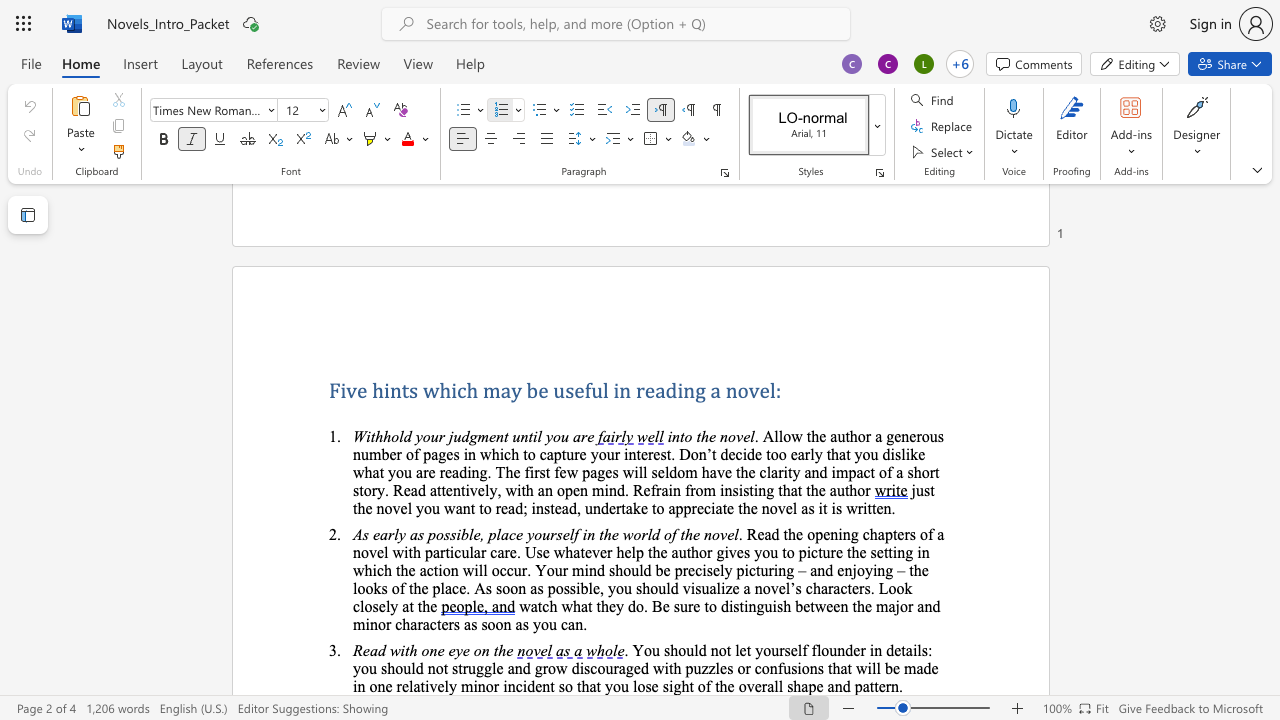  I want to click on the space between the continuous character "a" and "i" in the text, so click(911, 650).